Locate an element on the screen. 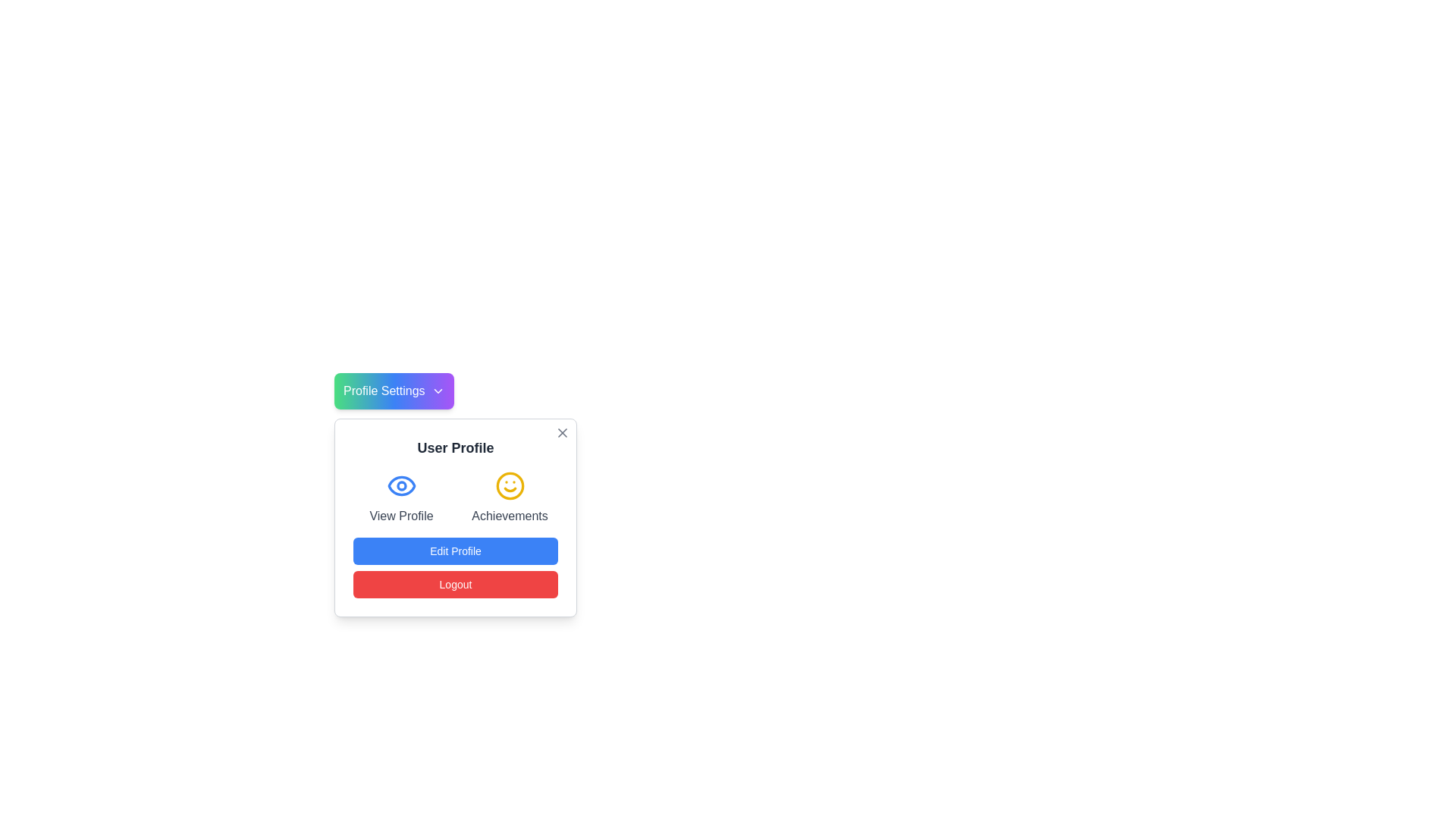 The width and height of the screenshot is (1456, 819). the static text label indicating achievements, located beneath the smiley face icon in the 'User Profile' modal is located at coordinates (510, 516).